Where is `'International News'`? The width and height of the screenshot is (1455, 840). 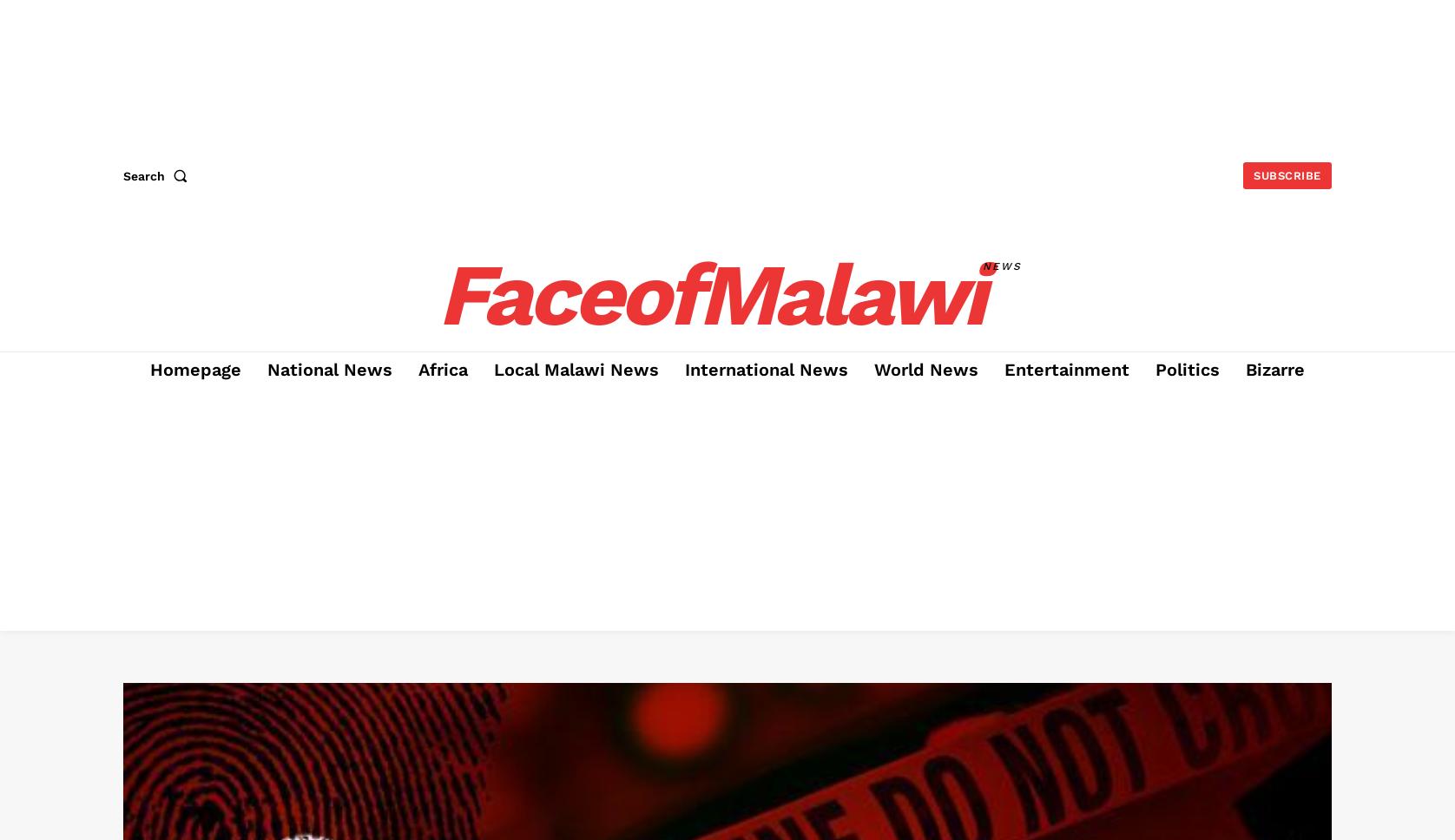
'International News' is located at coordinates (766, 370).